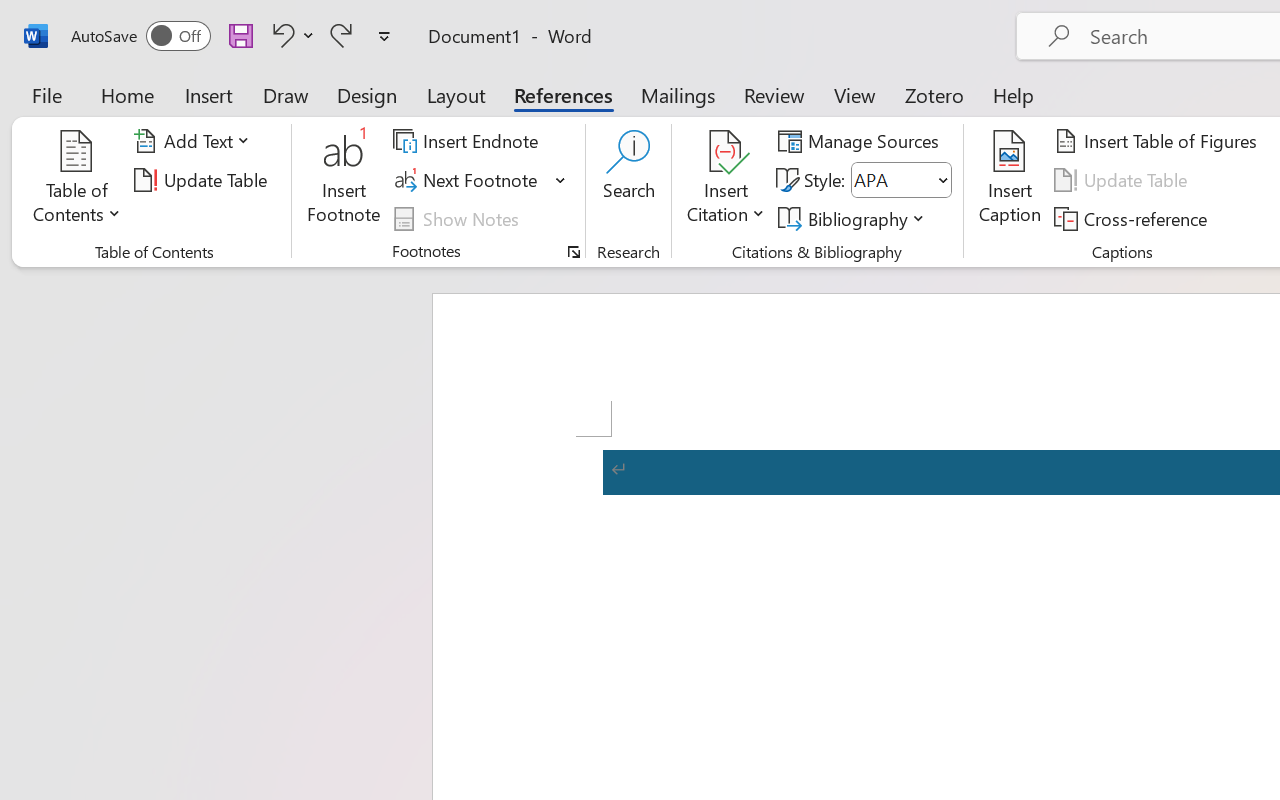 Image resolution: width=1280 pixels, height=800 pixels. What do you see at coordinates (855, 218) in the screenshot?
I see `'Bibliography'` at bounding box center [855, 218].